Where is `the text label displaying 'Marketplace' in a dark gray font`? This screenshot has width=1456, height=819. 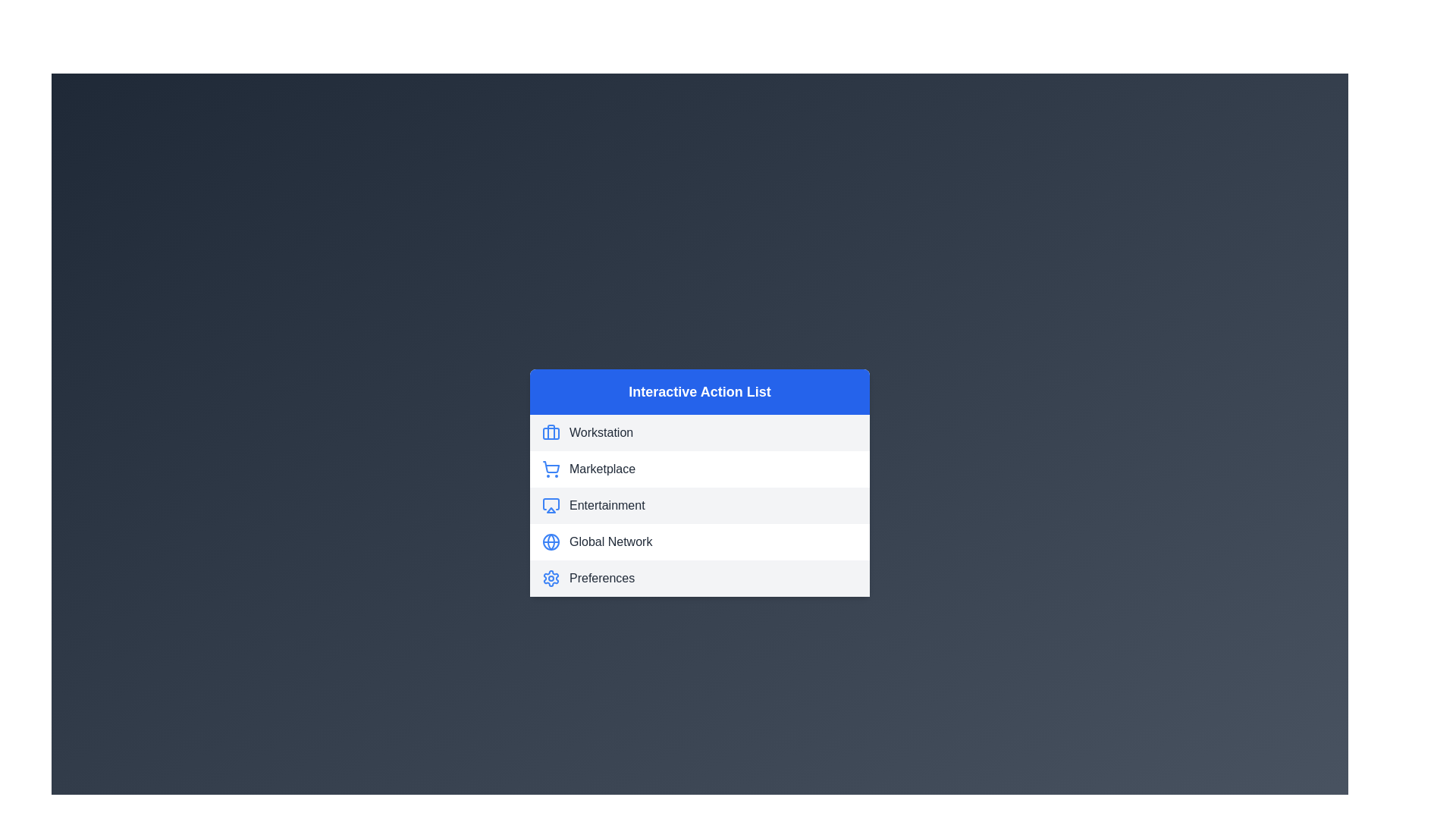 the text label displaying 'Marketplace' in a dark gray font is located at coordinates (601, 468).